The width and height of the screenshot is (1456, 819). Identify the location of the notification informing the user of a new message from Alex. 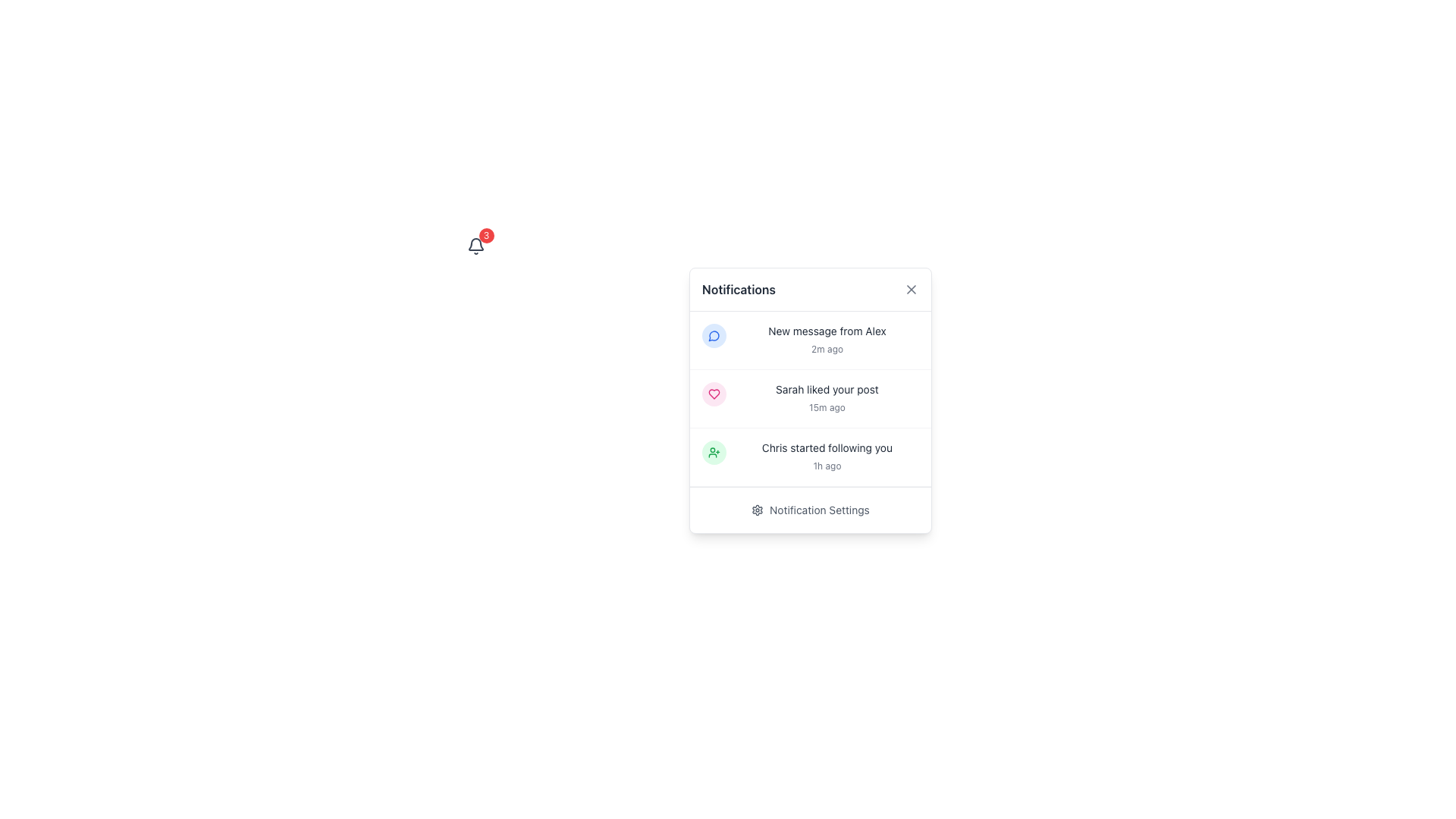
(810, 339).